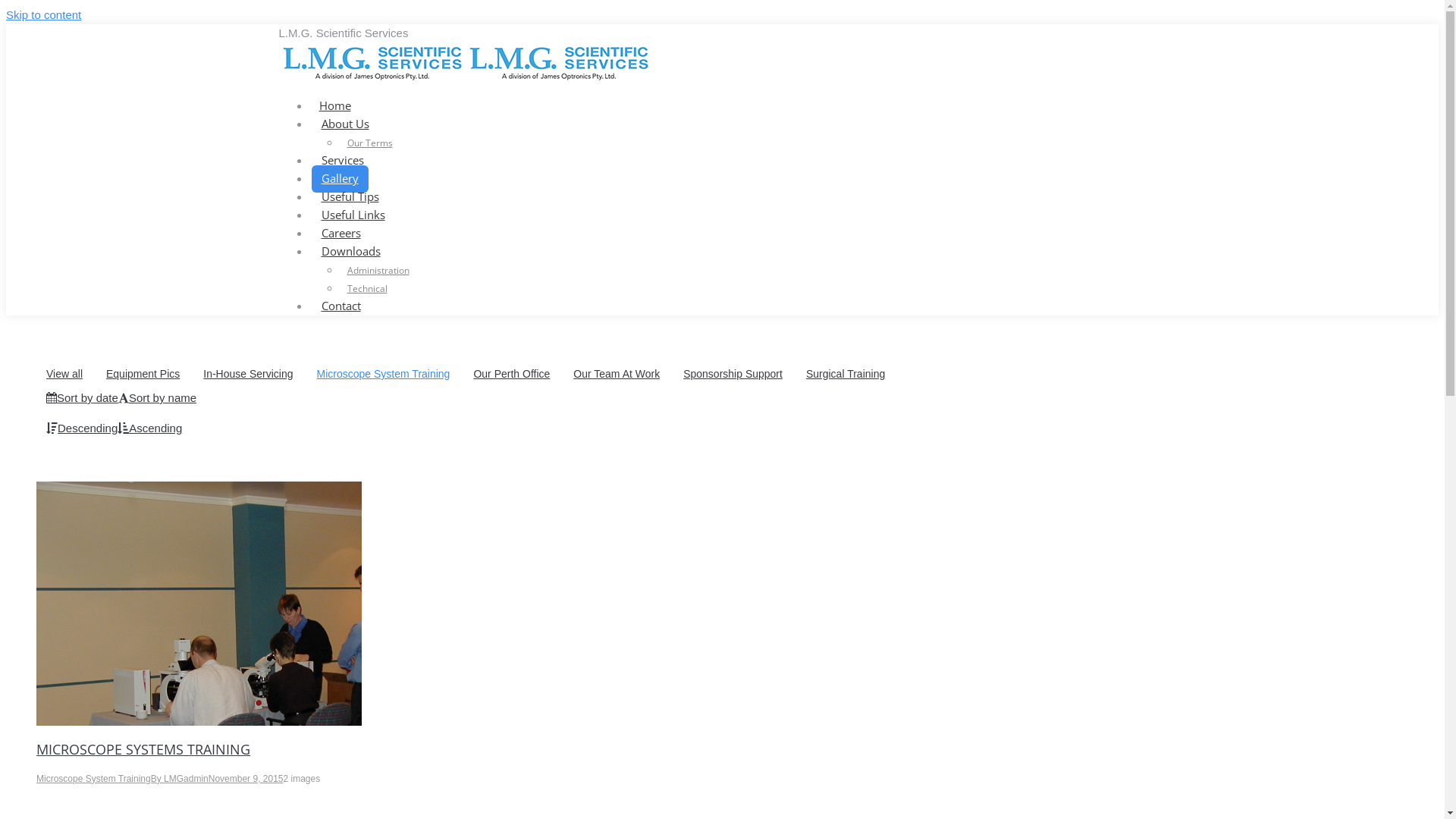 The width and height of the screenshot is (1456, 819). I want to click on 'Microscope System Training', so click(93, 778).